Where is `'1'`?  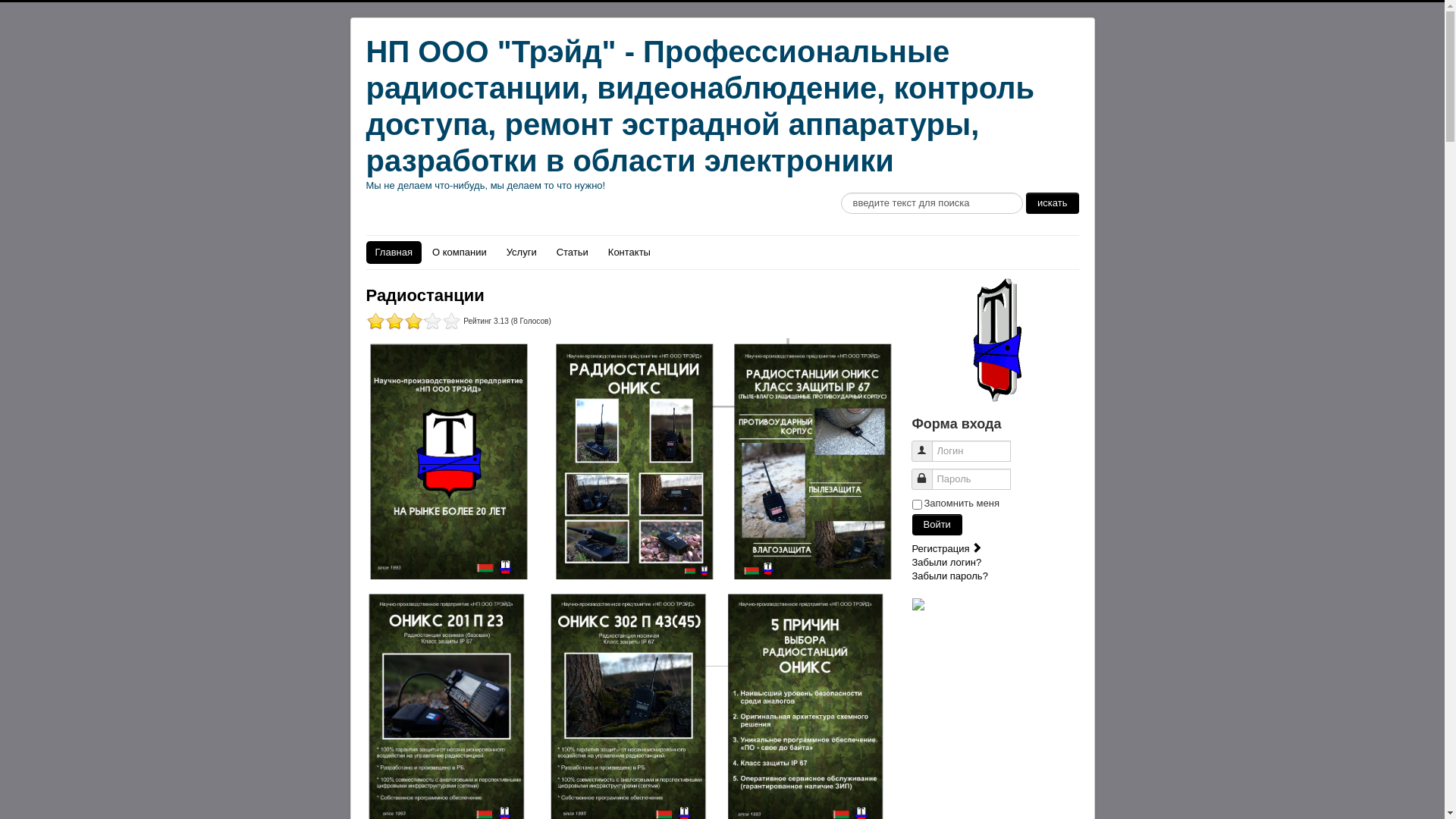
'1' is located at coordinates (413, 320).